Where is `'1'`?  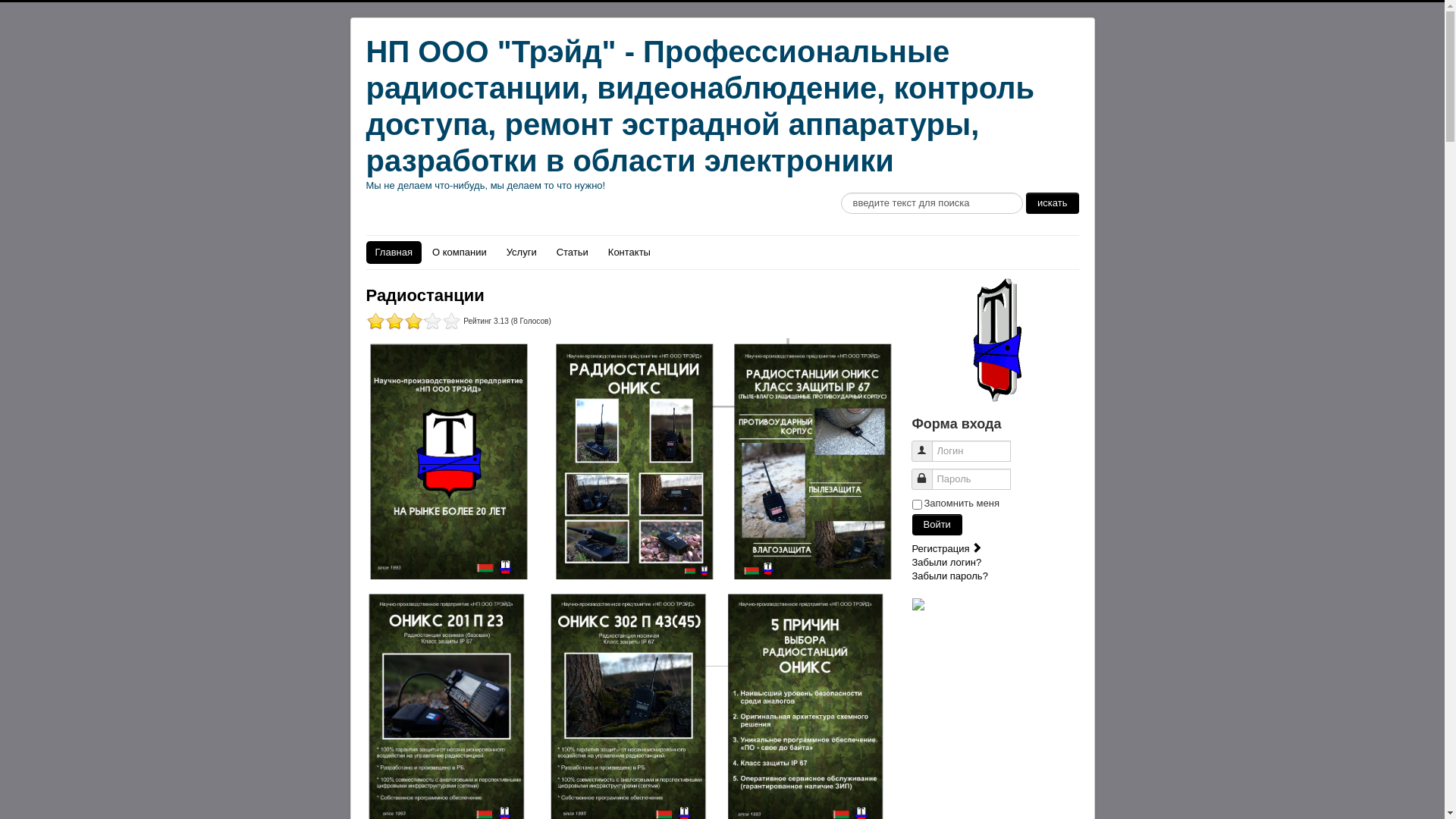
'1' is located at coordinates (413, 320).